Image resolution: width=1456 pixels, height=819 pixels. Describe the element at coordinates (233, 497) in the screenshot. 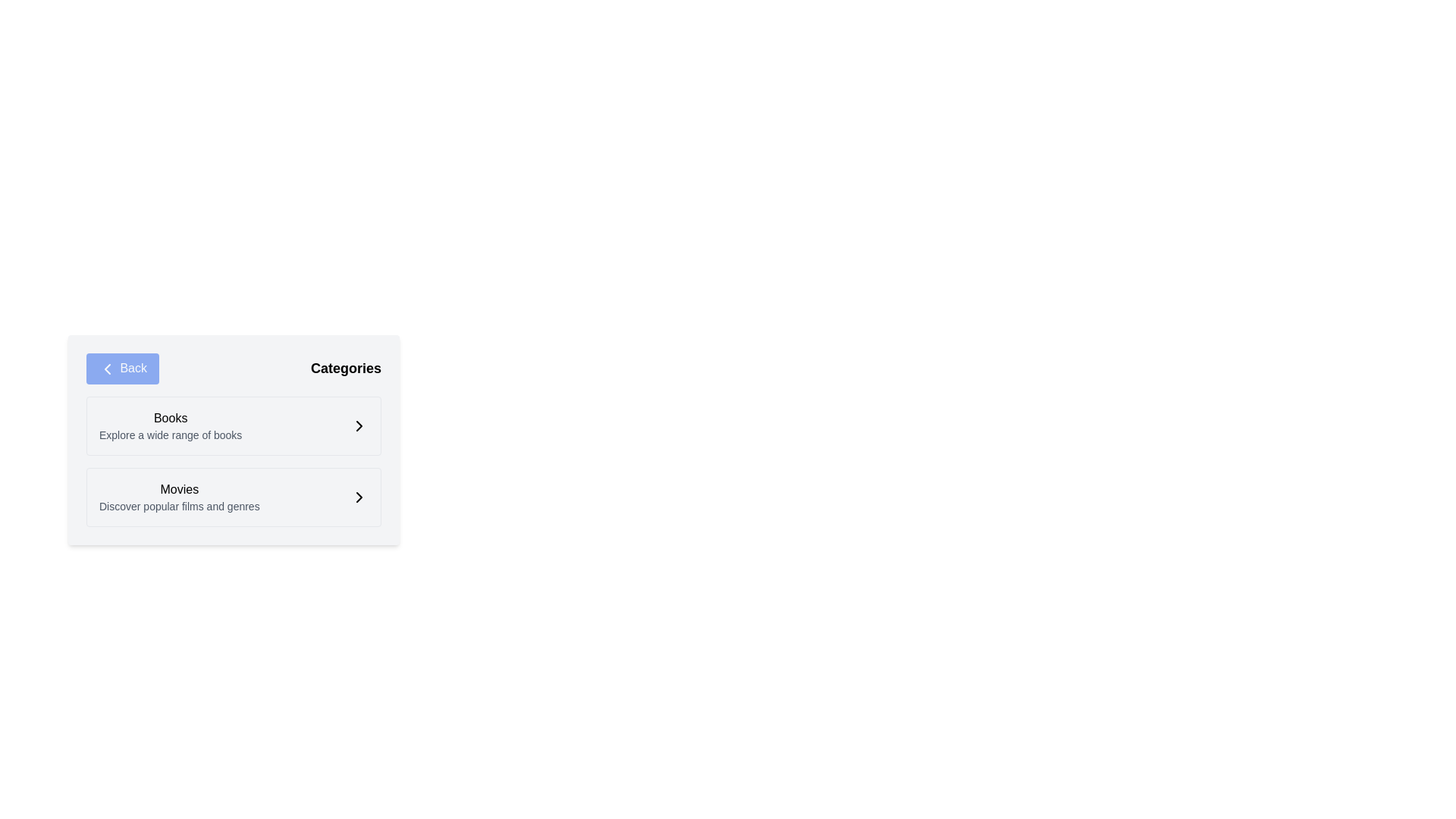

I see `the second item in the vertically stacked list of selectable options labeled 'Movies'` at that location.